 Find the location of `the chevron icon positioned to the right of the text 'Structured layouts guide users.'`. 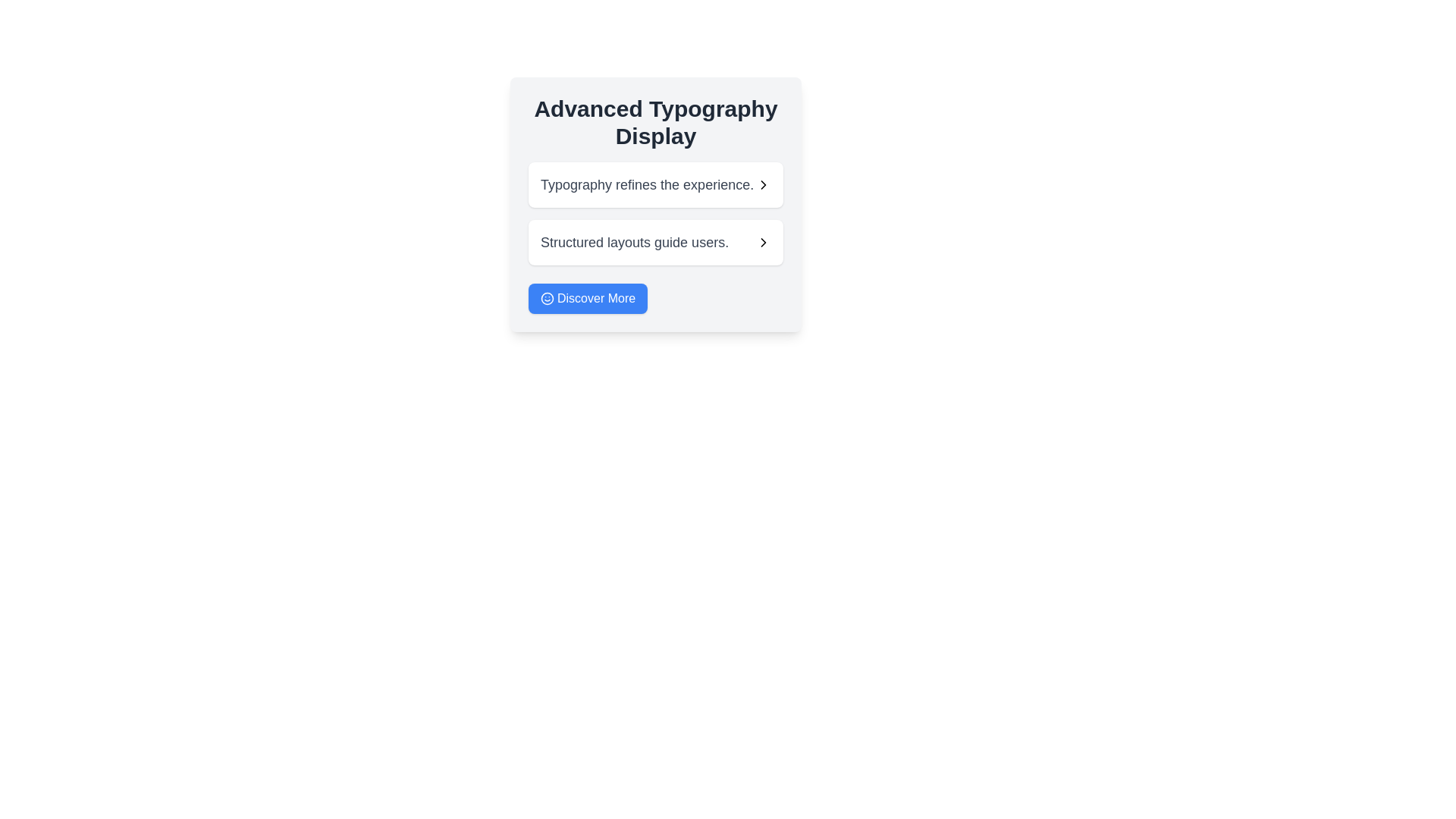

the chevron icon positioned to the right of the text 'Structured layouts guide users.' is located at coordinates (764, 242).